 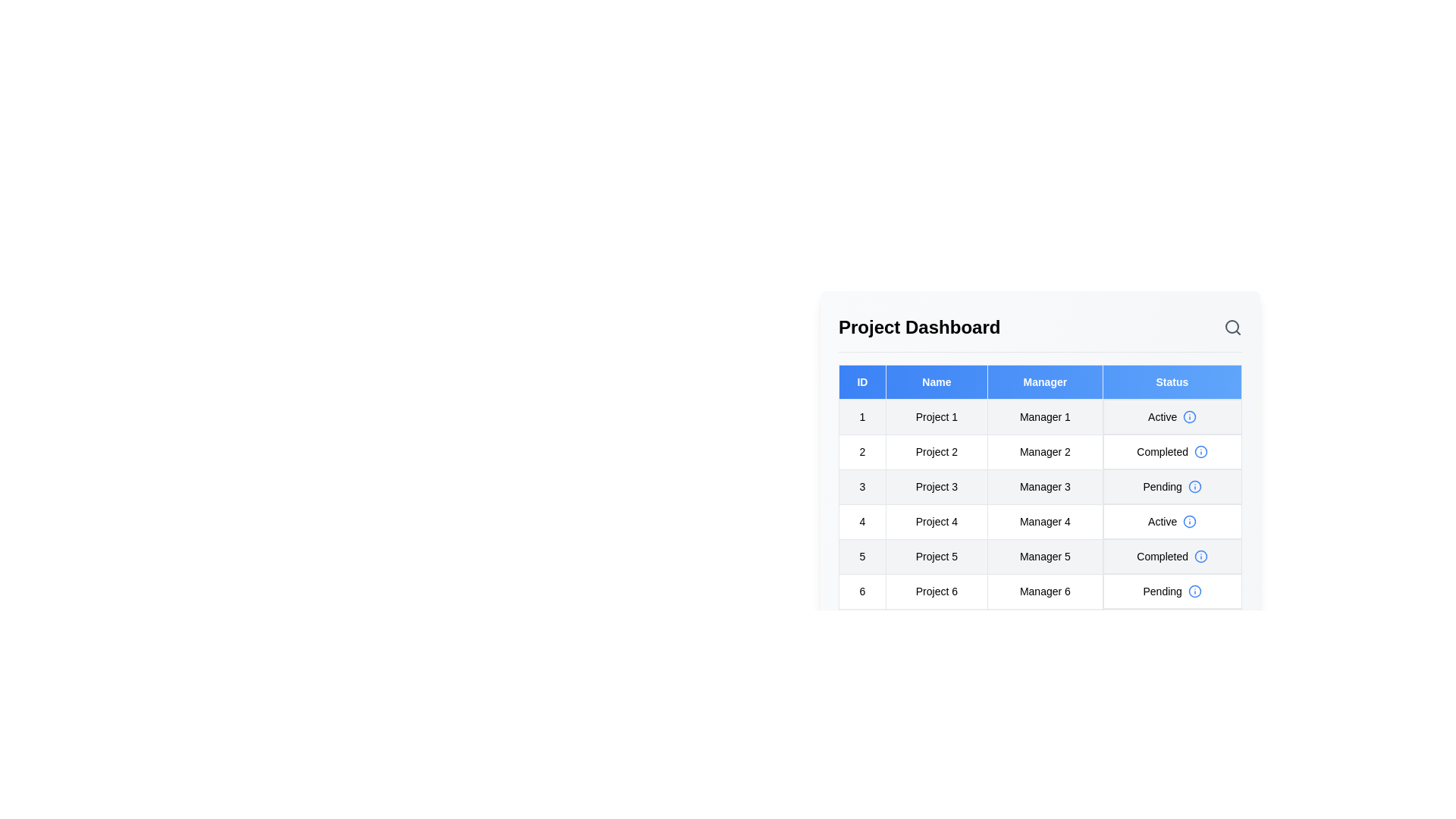 What do you see at coordinates (1233, 327) in the screenshot?
I see `the search icon to initiate a search` at bounding box center [1233, 327].